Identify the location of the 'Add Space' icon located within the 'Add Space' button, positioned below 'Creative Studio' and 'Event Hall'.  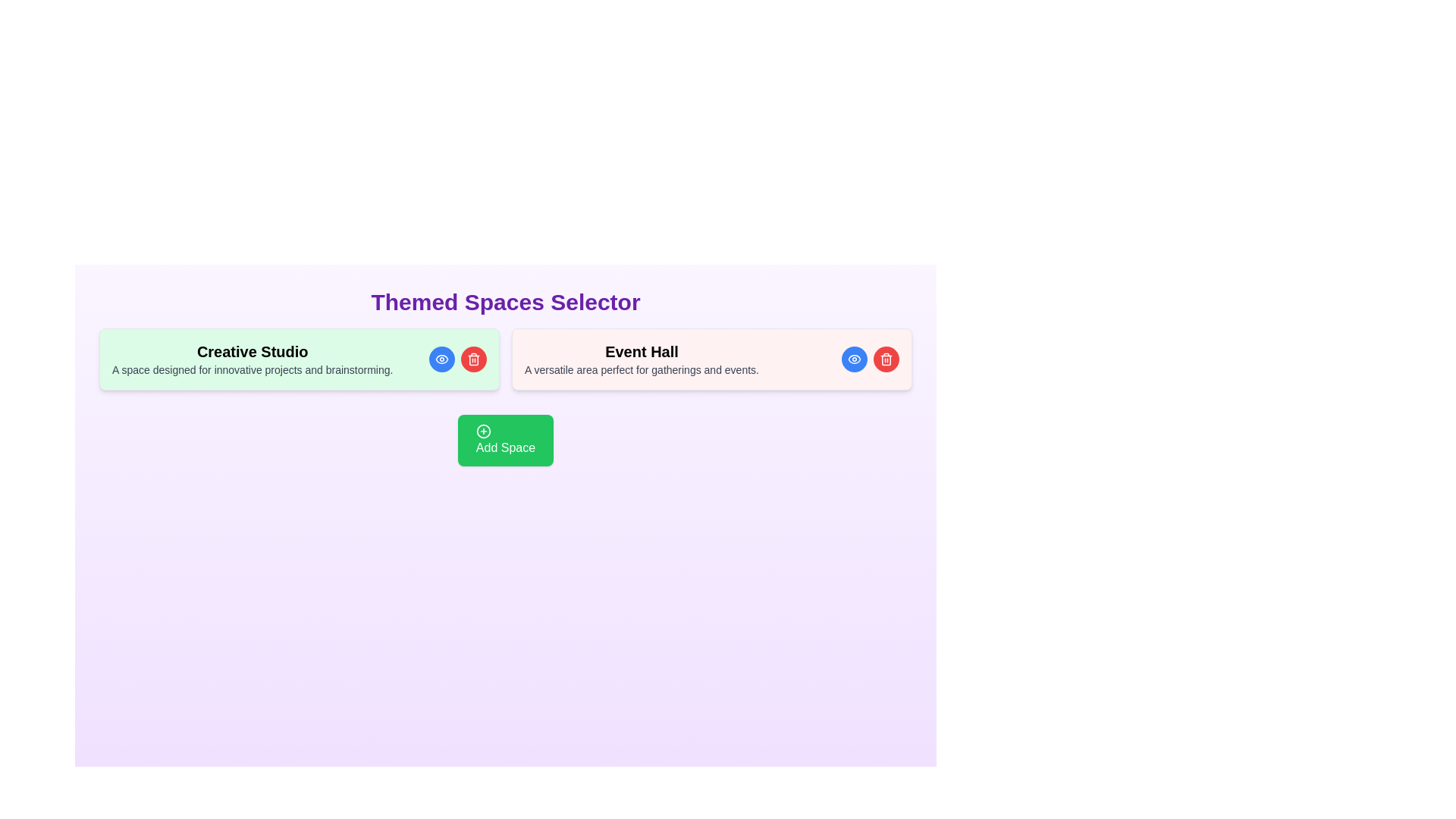
(482, 431).